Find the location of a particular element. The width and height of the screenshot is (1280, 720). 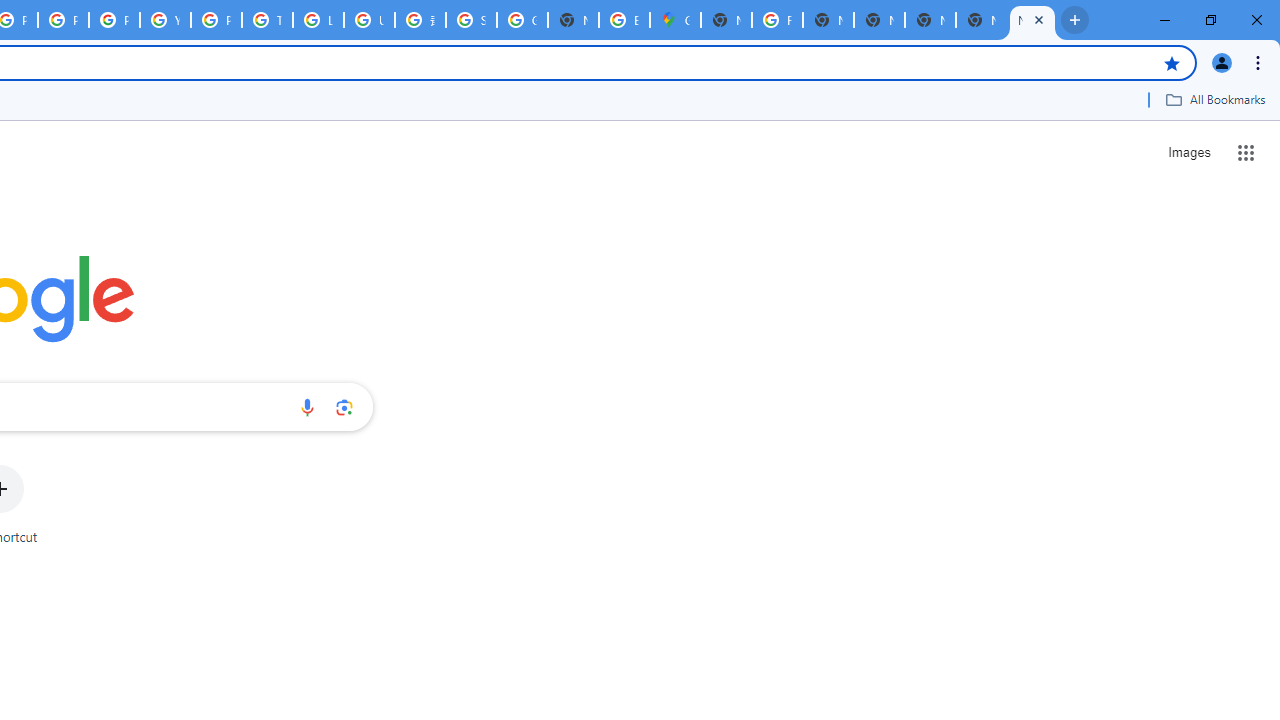

'All Bookmarks' is located at coordinates (1214, 99).